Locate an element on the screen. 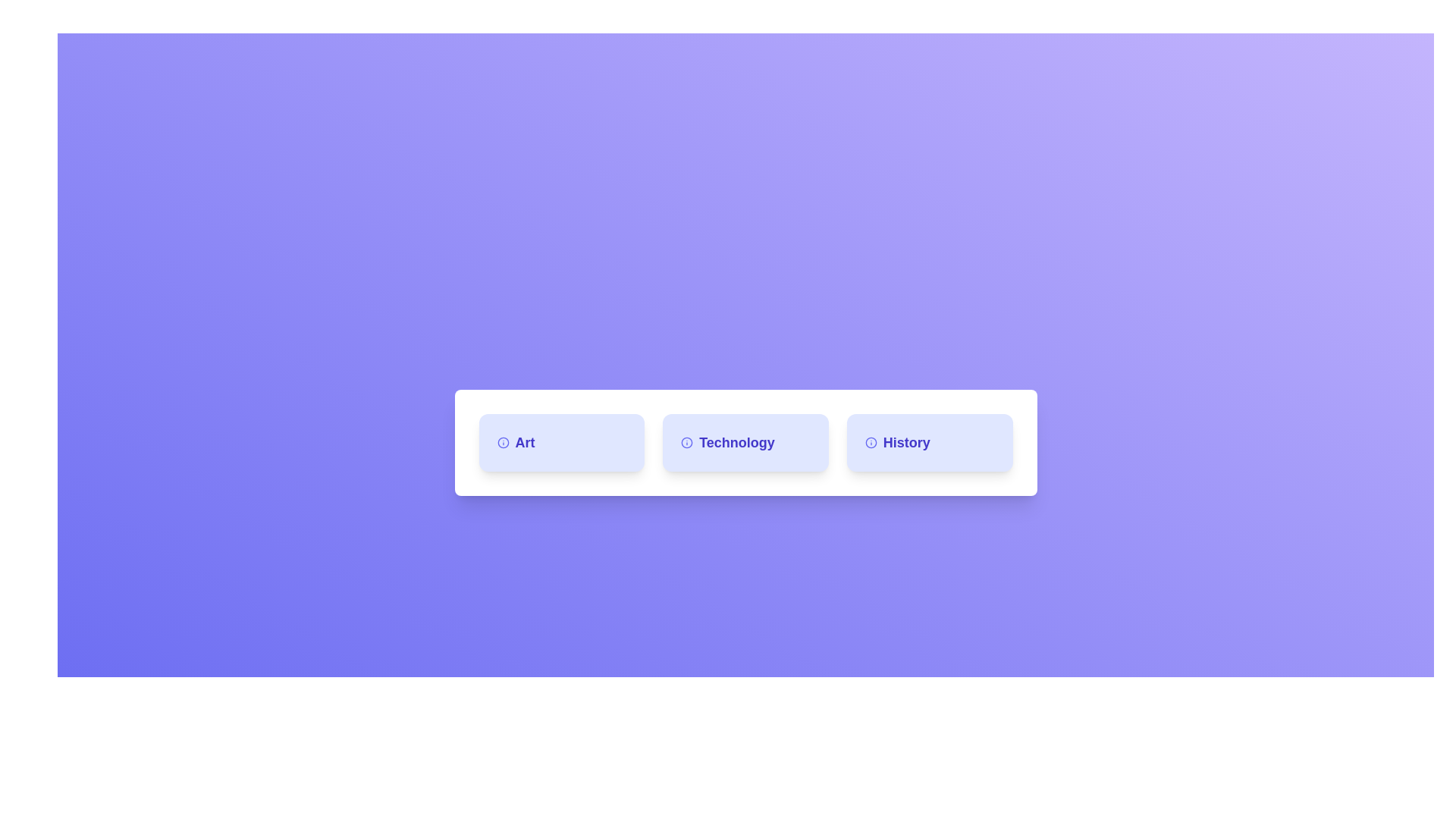 This screenshot has width=1456, height=819. the 'History' button located at the rightmost position in the set of three buttons labeled 'Art,' 'Technology,' and 'History' is located at coordinates (929, 442).